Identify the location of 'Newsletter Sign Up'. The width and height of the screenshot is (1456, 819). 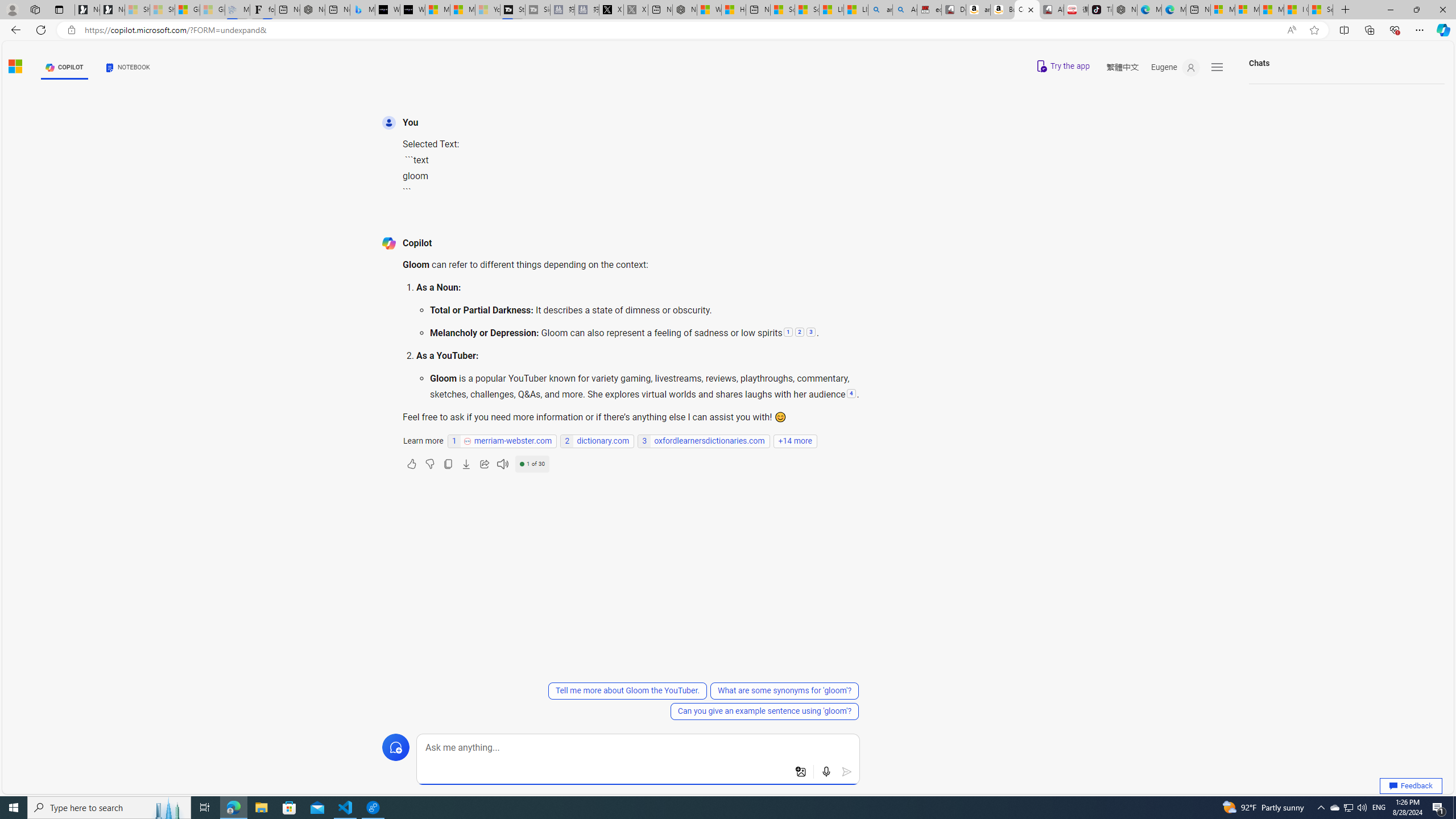
(111, 9).